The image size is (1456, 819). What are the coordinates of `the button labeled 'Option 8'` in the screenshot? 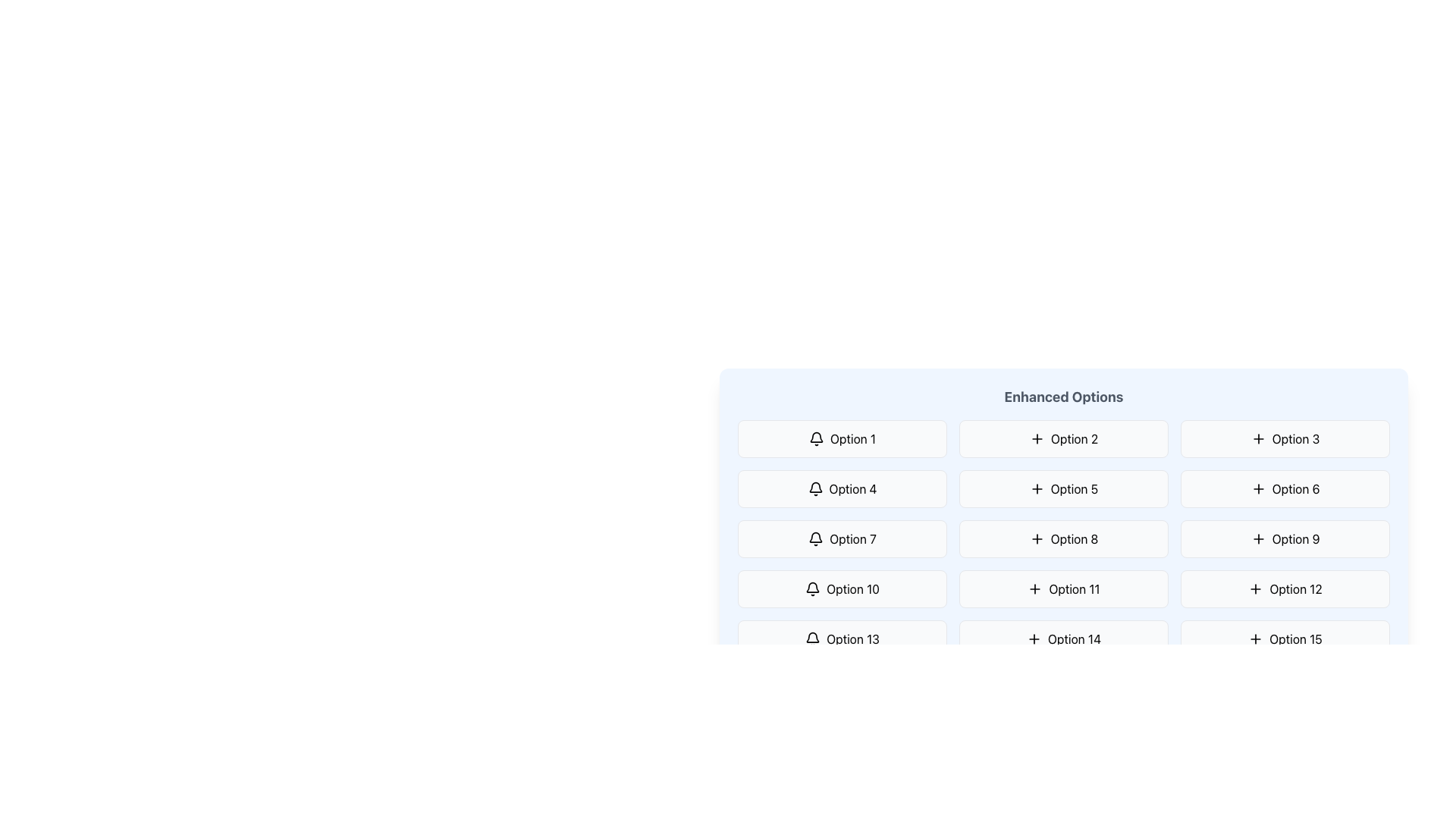 It's located at (1062, 538).